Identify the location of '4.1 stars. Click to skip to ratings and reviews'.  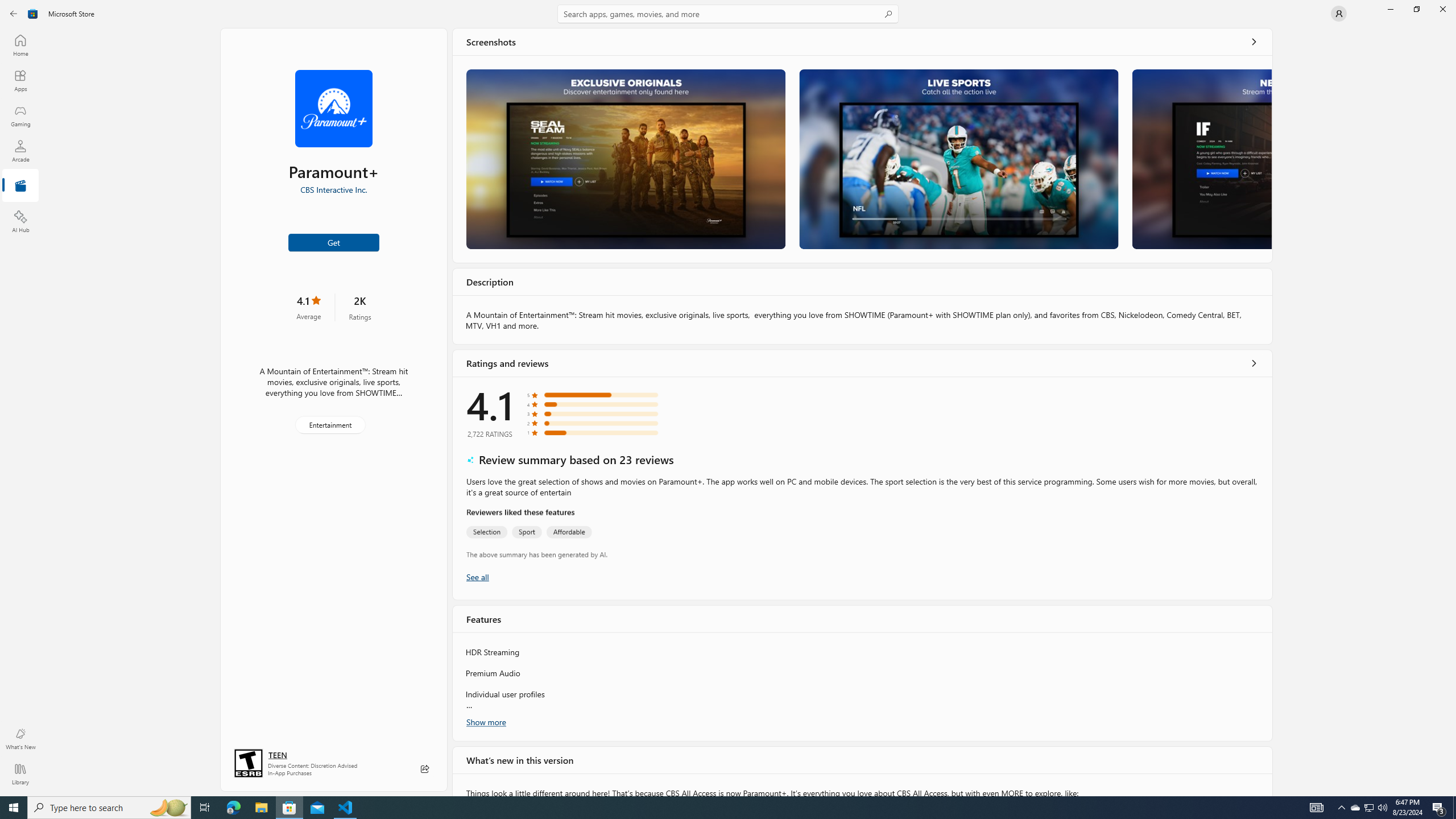
(308, 307).